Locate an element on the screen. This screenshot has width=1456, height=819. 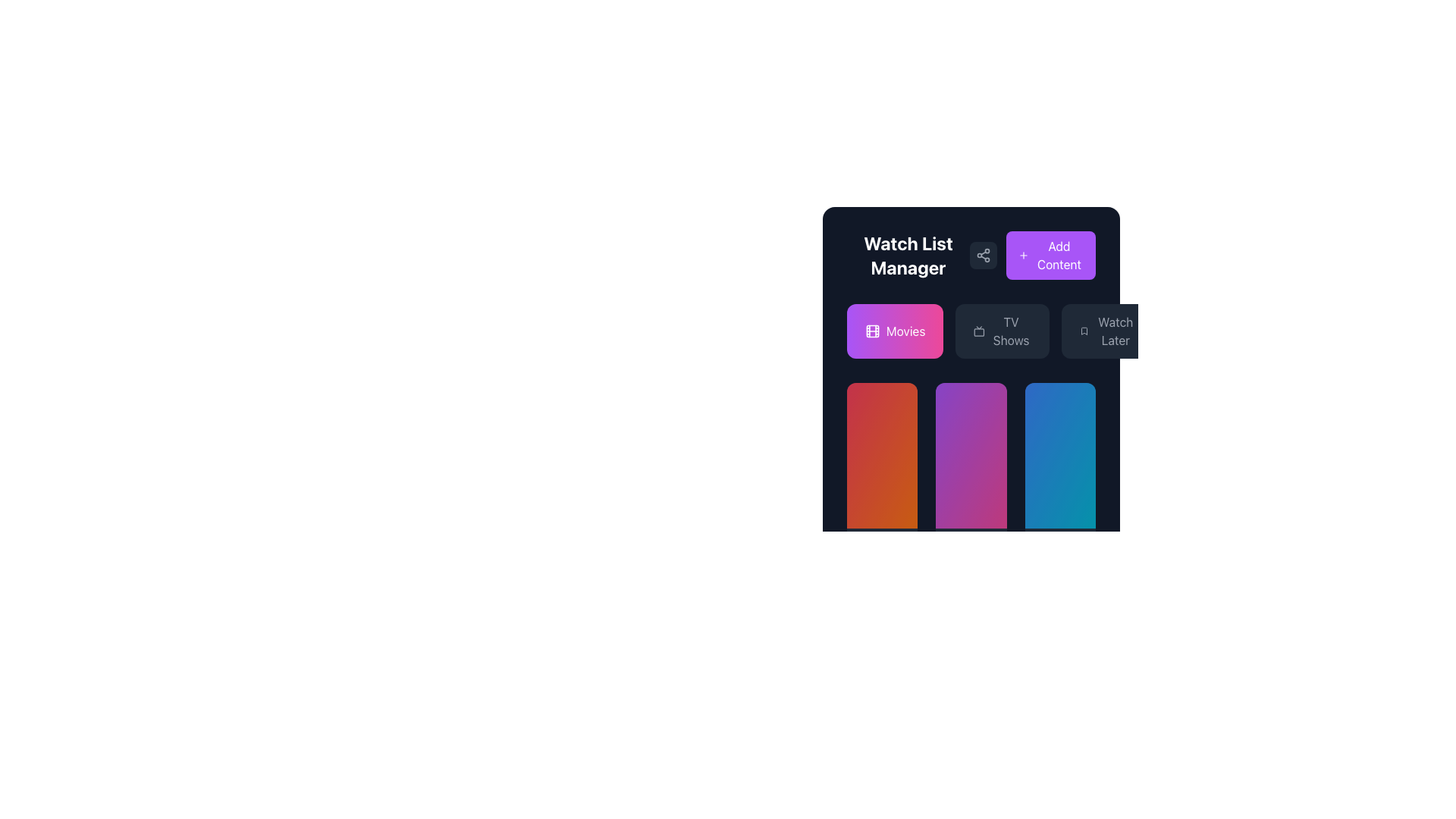
the first informational card or visual placeholder located at the top-left position of a group of three similar elements, which is below the navigation buttons for 'Movies' and 'TV Shows' is located at coordinates (882, 455).